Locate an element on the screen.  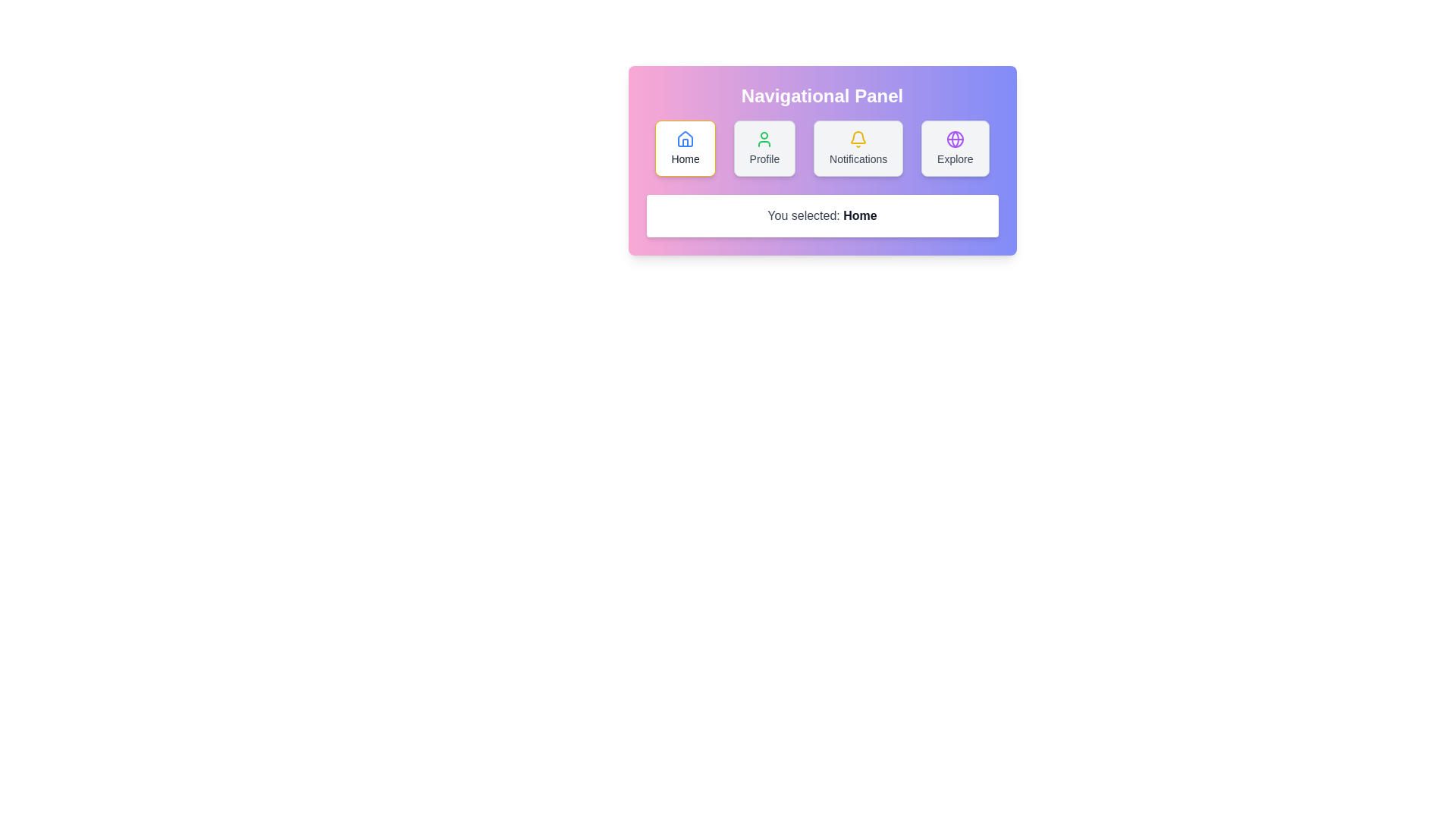
the house-shaped icon with a blue outline located within the 'Home' button in the 'Navigational Panel' is located at coordinates (685, 139).